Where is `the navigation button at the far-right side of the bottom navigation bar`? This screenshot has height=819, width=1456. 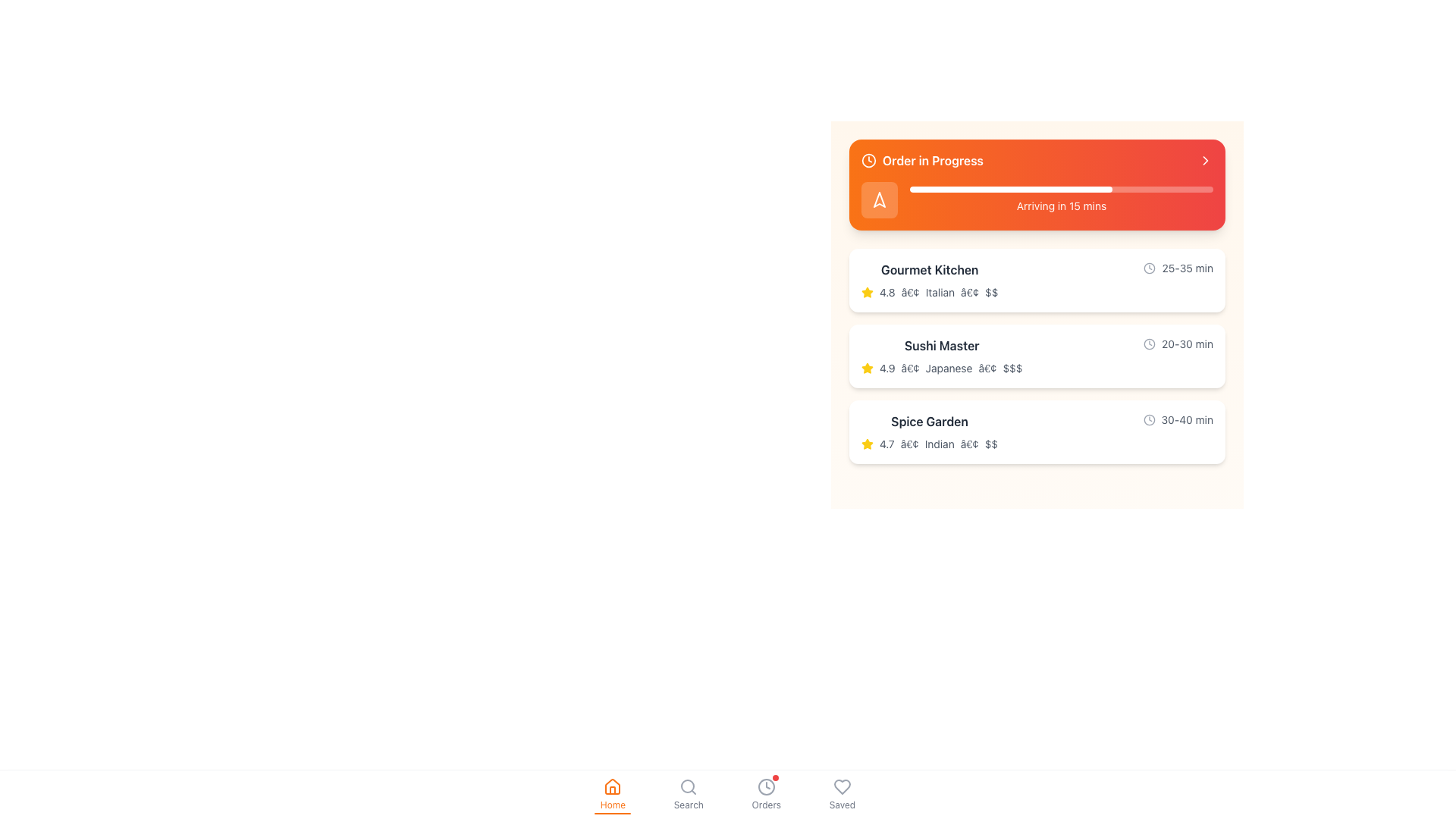 the navigation button at the far-right side of the bottom navigation bar is located at coordinates (841, 786).